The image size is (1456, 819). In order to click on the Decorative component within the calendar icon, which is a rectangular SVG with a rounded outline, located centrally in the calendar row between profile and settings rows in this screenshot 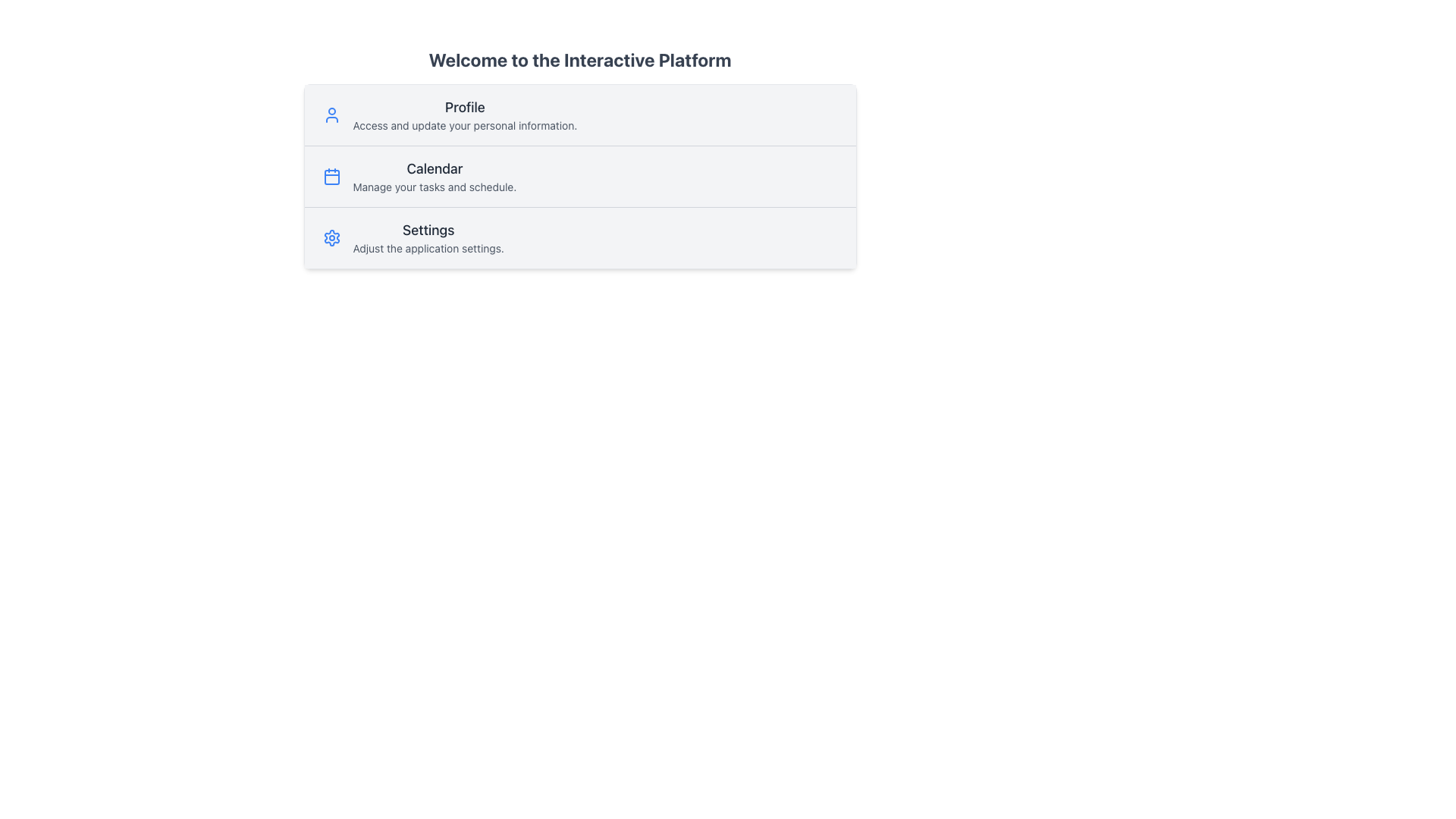, I will do `click(331, 177)`.